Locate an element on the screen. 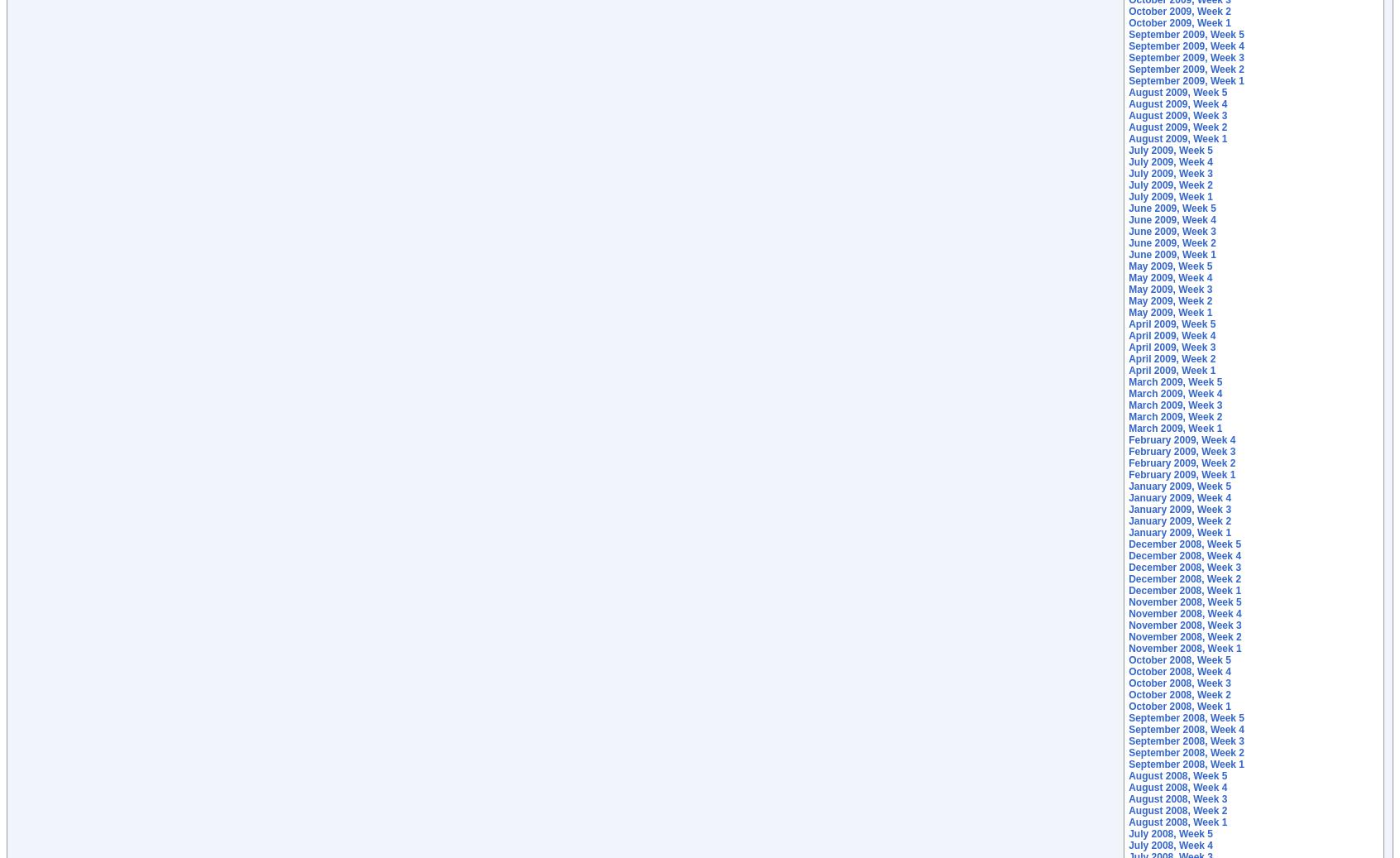 The width and height of the screenshot is (1400, 858). 'August 2008, Week 2' is located at coordinates (1177, 810).